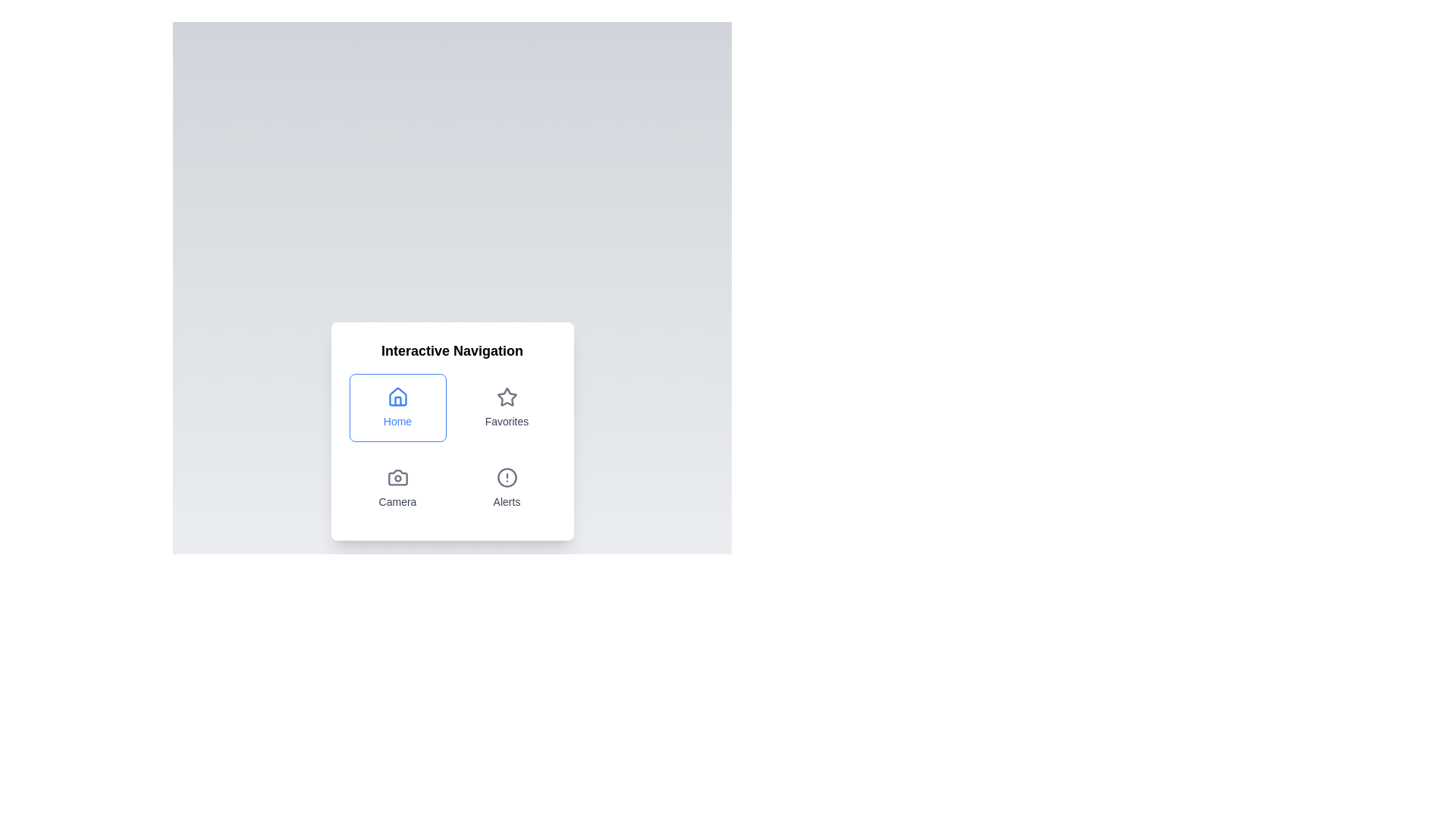  Describe the element at coordinates (507, 488) in the screenshot. I see `the navigation item corresponding to Alerts to activate it` at that location.